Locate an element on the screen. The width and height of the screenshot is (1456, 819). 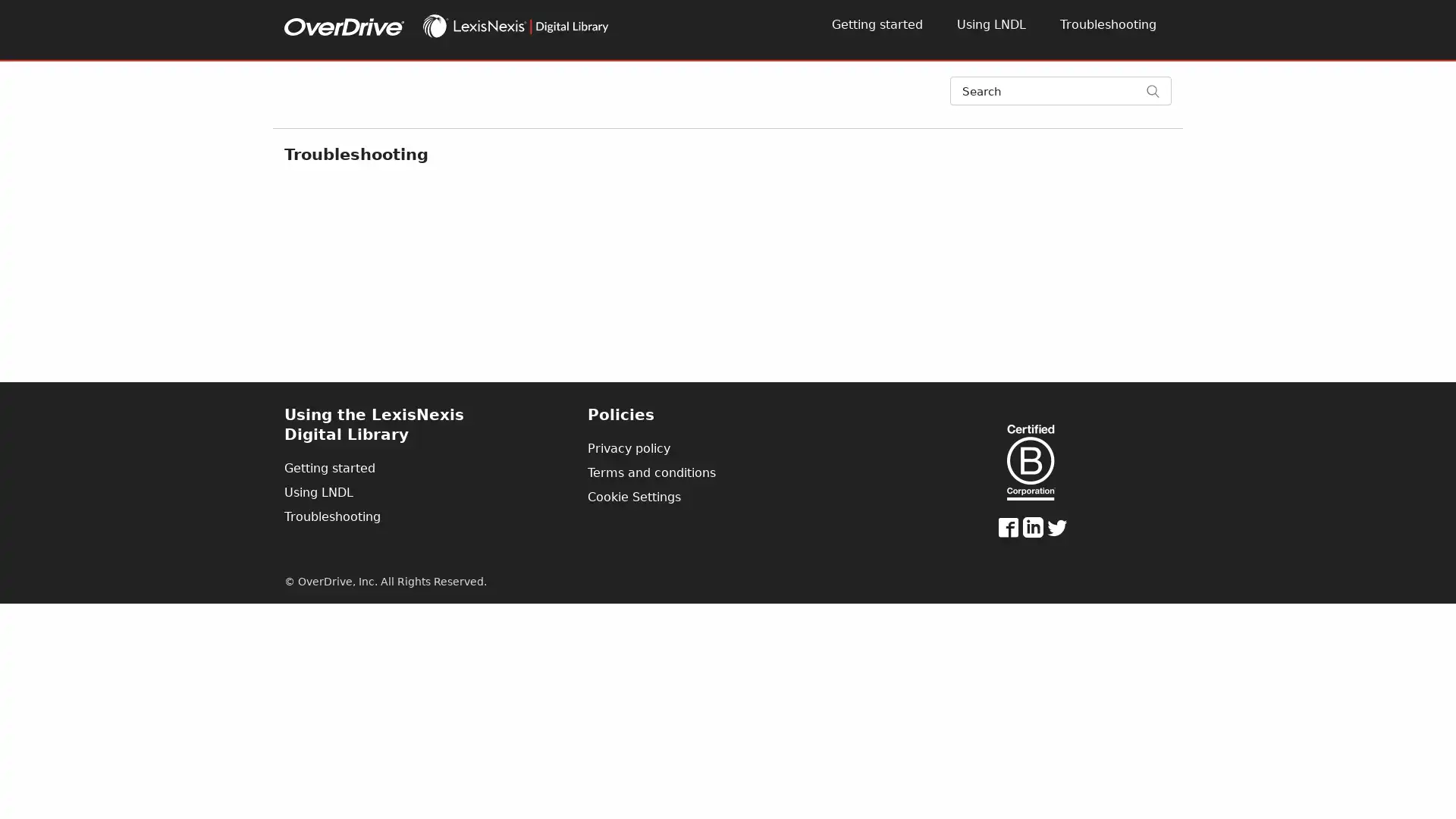
Search is located at coordinates (1158, 90).